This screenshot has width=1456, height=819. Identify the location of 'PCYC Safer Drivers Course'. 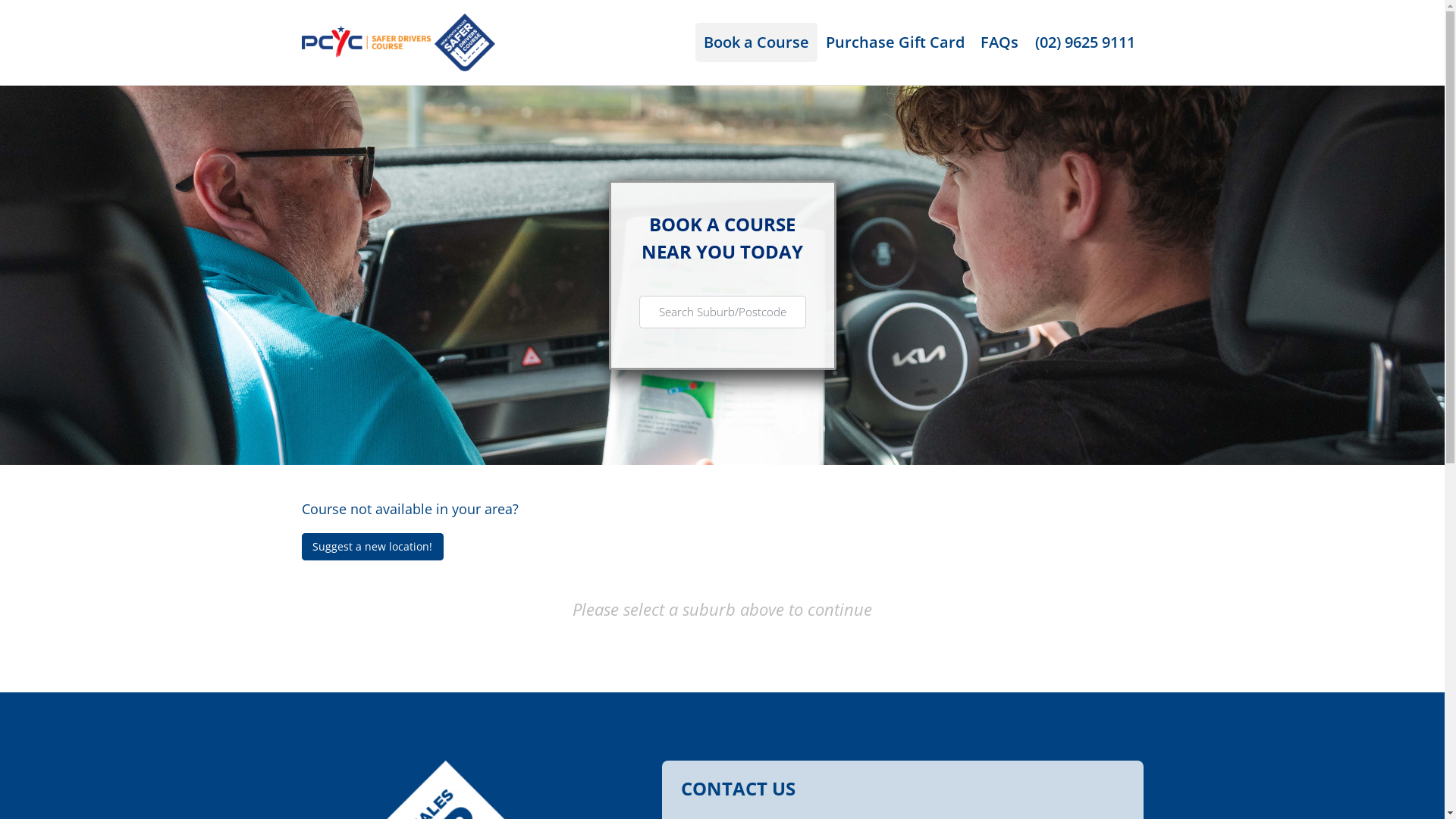
(398, 39).